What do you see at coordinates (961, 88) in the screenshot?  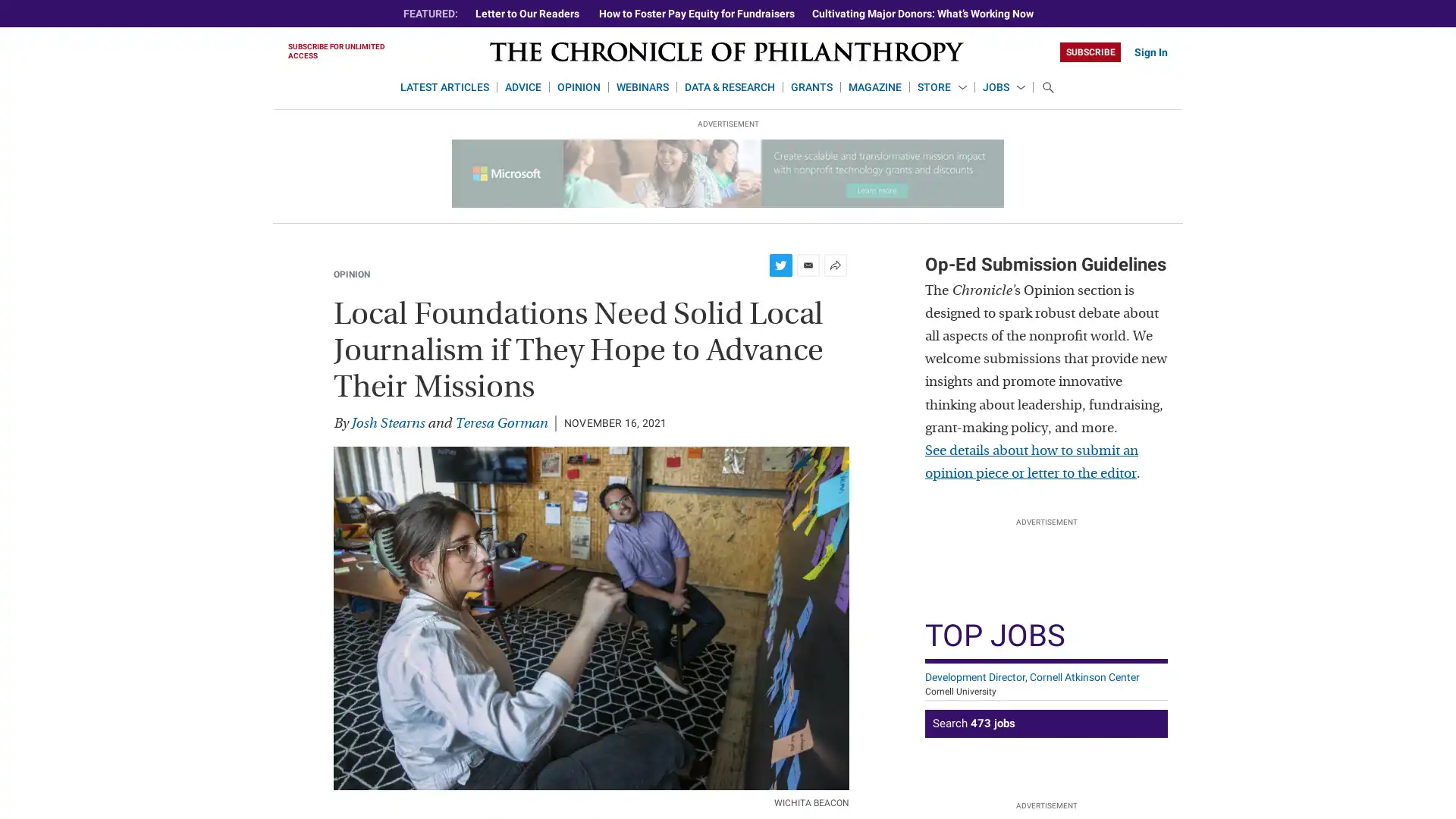 I see `Open Sub Navigation` at bounding box center [961, 88].